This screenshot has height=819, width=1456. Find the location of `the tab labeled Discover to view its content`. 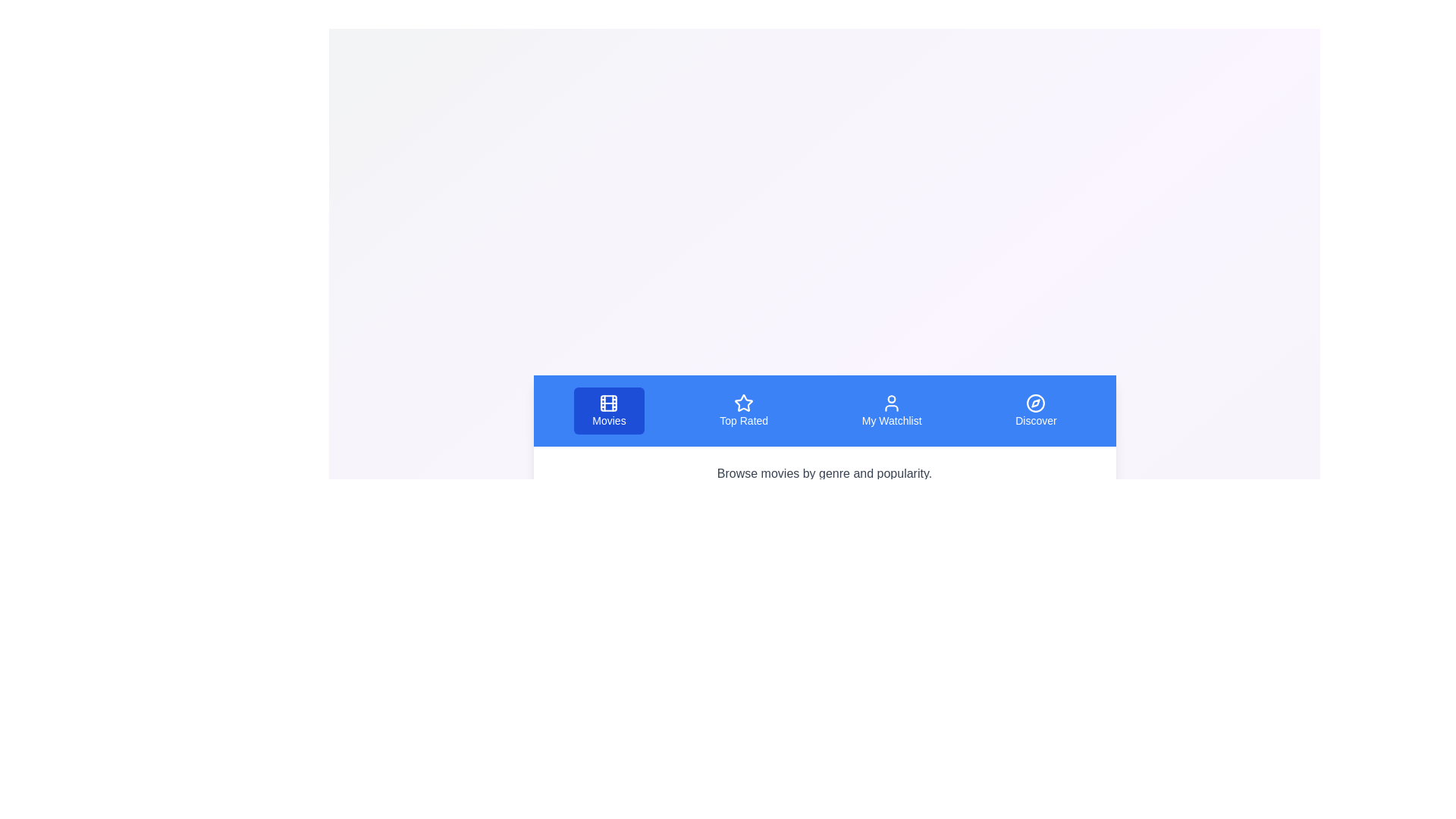

the tab labeled Discover to view its content is located at coordinates (1035, 411).